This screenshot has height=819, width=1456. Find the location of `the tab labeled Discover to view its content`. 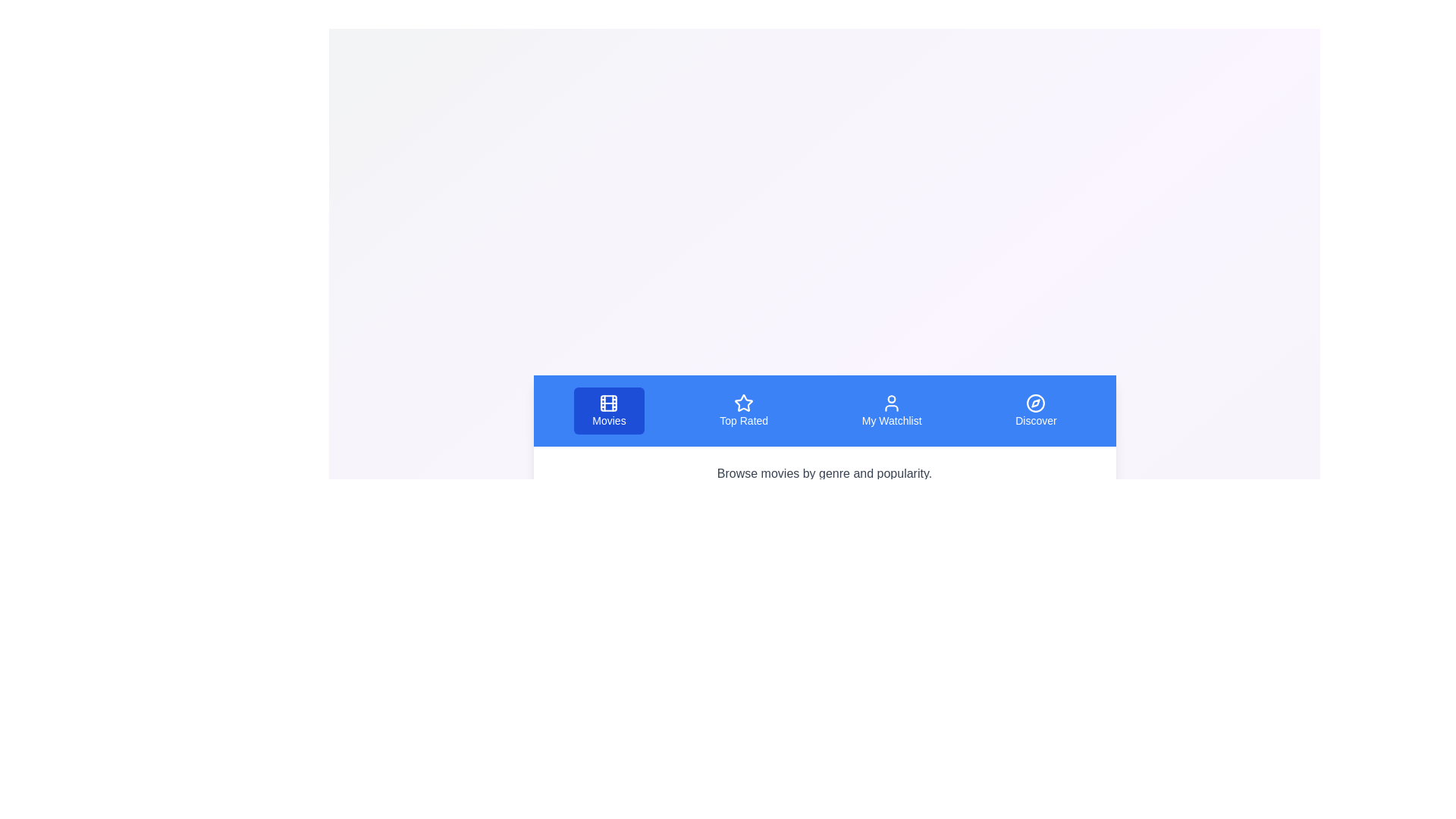

the tab labeled Discover to view its content is located at coordinates (1035, 411).